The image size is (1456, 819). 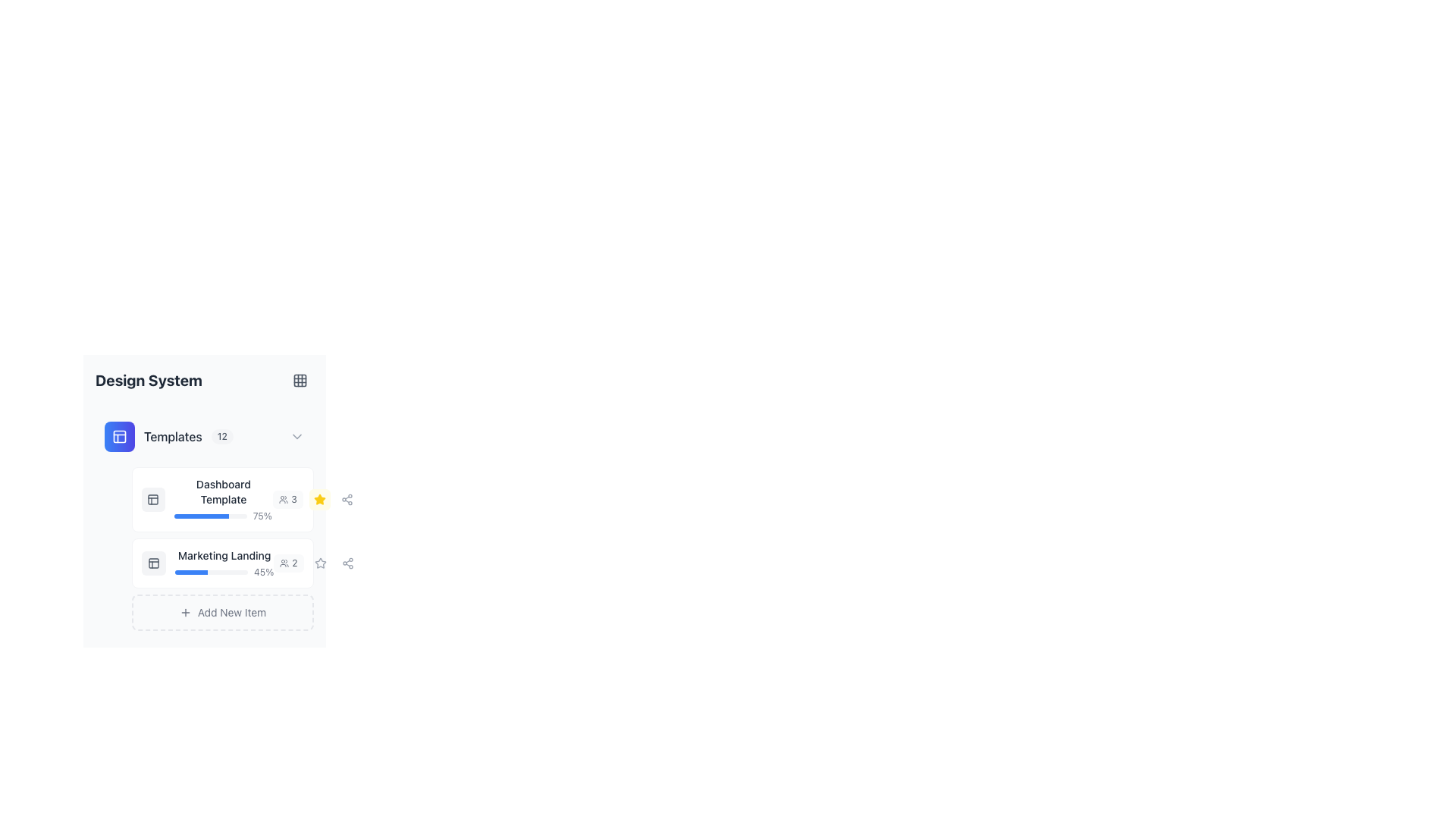 I want to click on the Icon Button, which resembles a share or connection icon with three connected circular nodes in a triangular pattern, to share the associated item, so click(x=347, y=563).